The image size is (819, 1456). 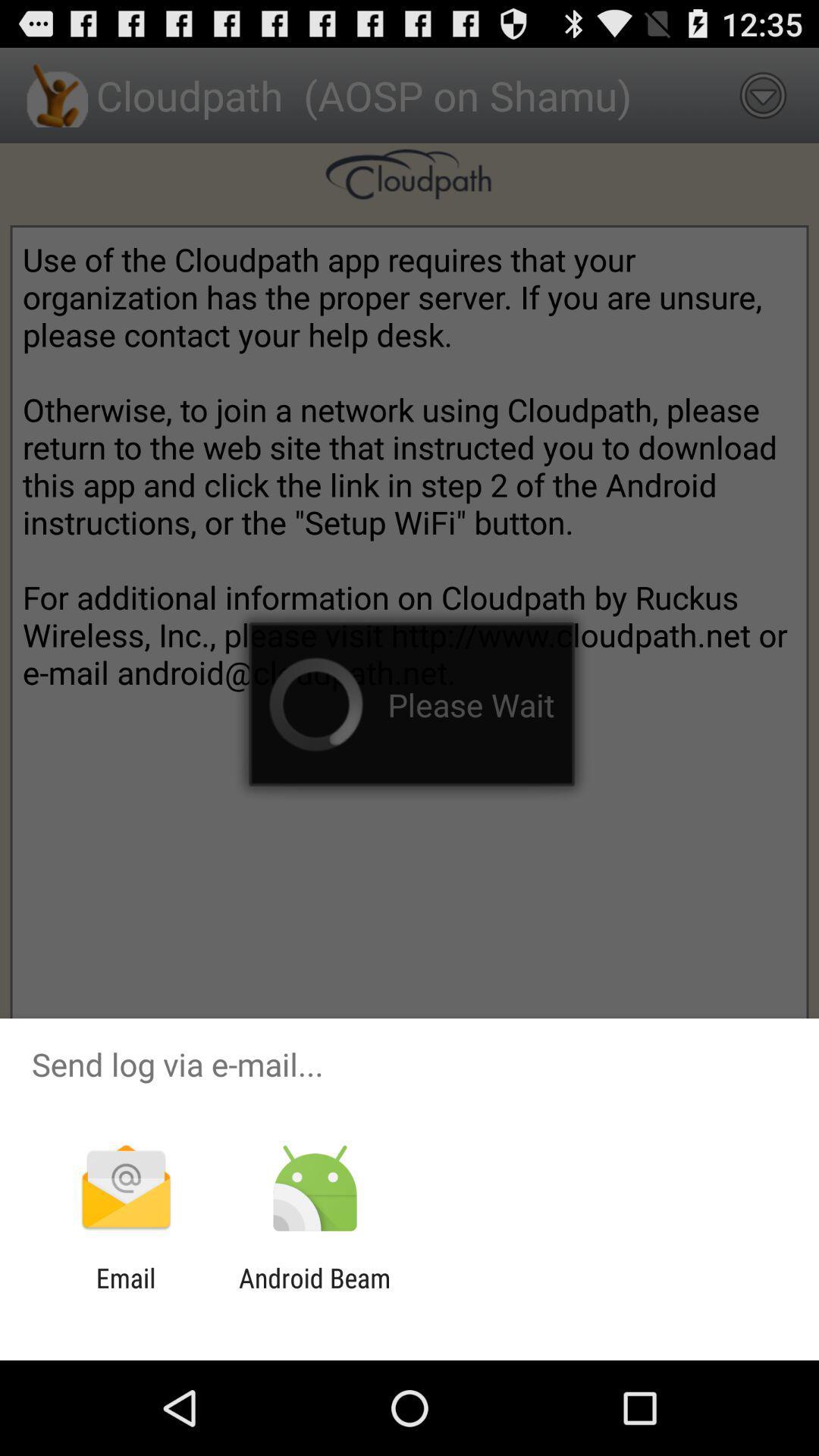 I want to click on the icon to the right of the email, so click(x=314, y=1293).